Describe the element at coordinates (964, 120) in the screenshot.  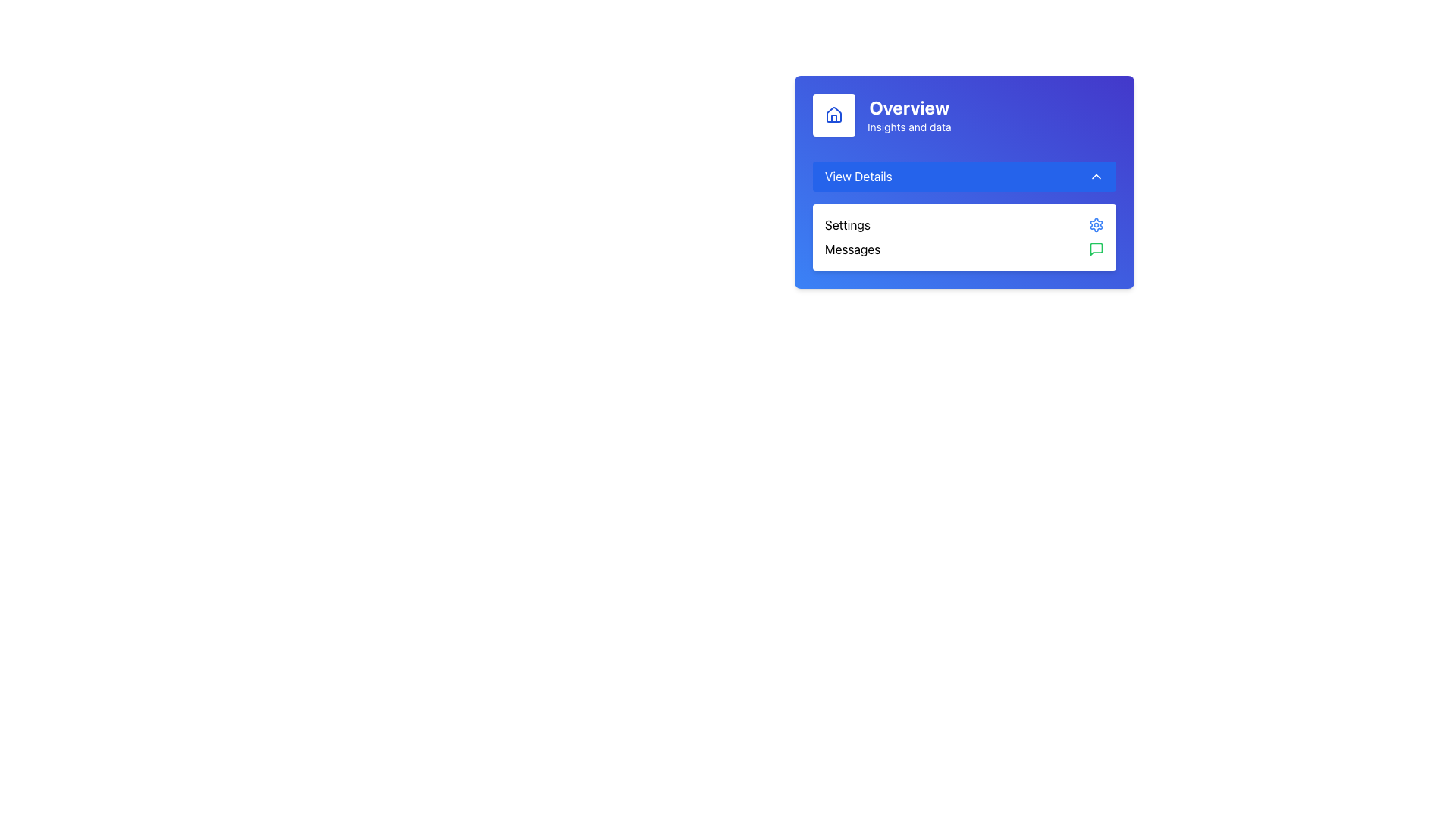
I see `the Text and icon group element` at that location.